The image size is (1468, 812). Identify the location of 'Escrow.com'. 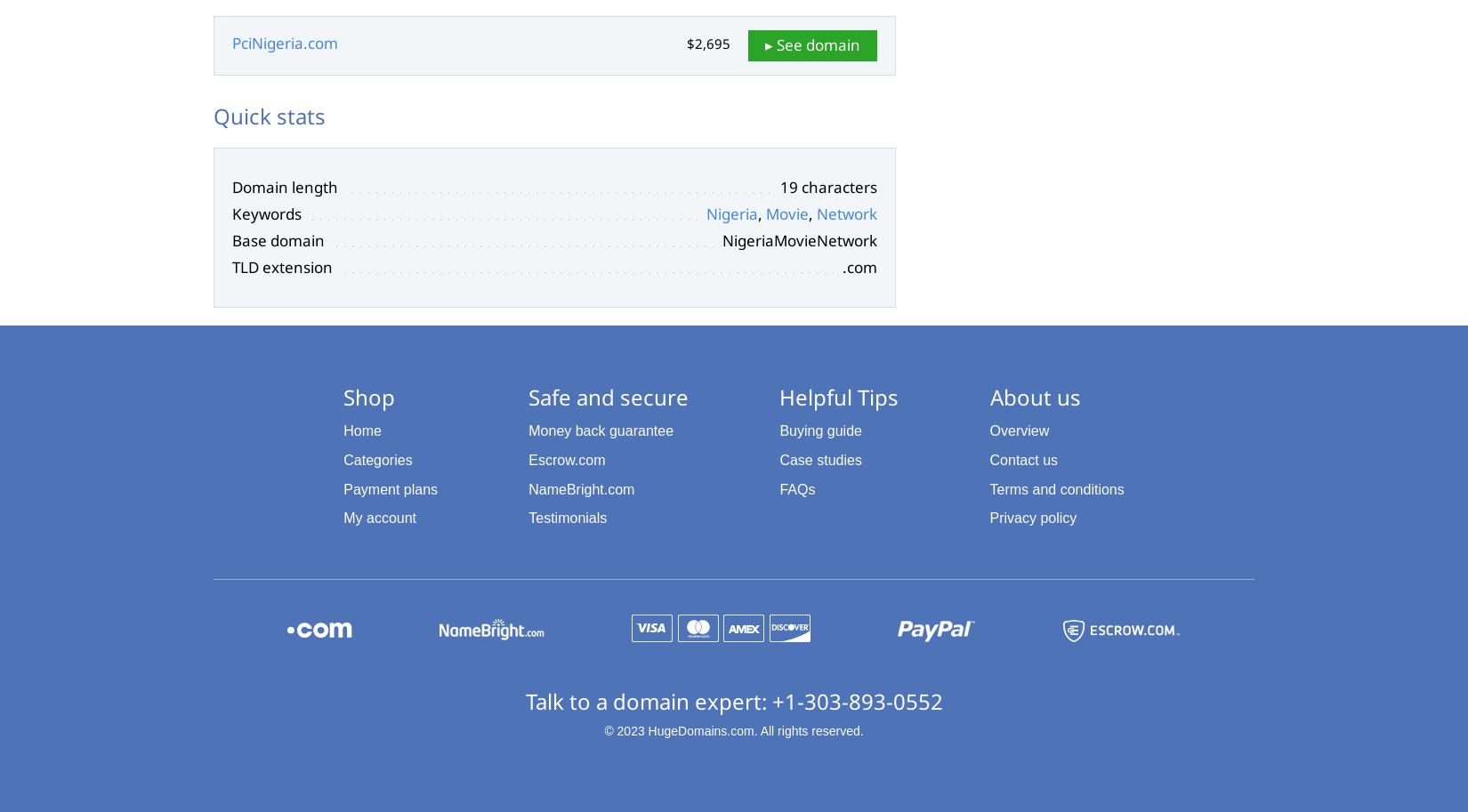
(566, 459).